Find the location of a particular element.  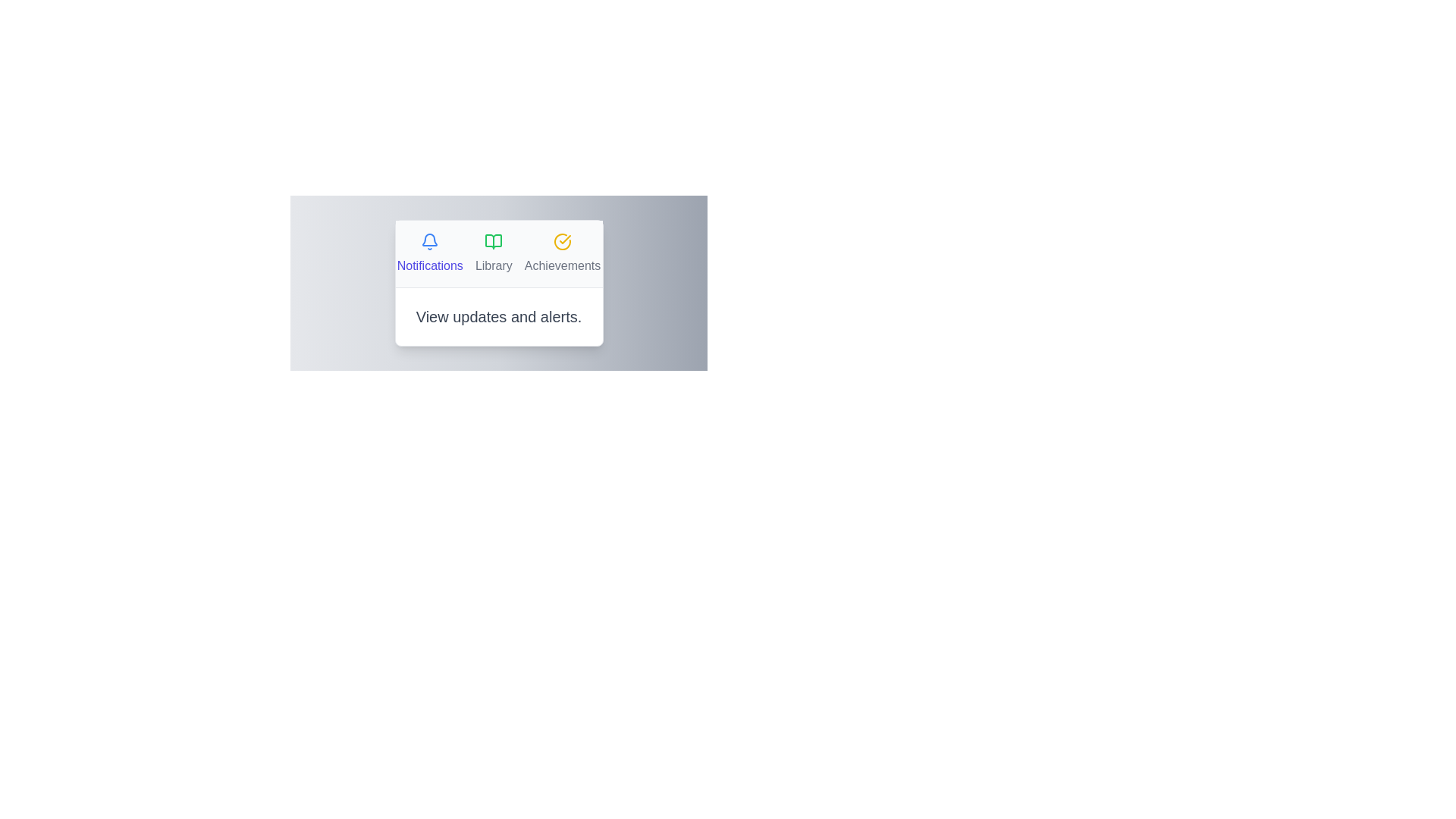

the tab labeled Achievements is located at coordinates (562, 253).